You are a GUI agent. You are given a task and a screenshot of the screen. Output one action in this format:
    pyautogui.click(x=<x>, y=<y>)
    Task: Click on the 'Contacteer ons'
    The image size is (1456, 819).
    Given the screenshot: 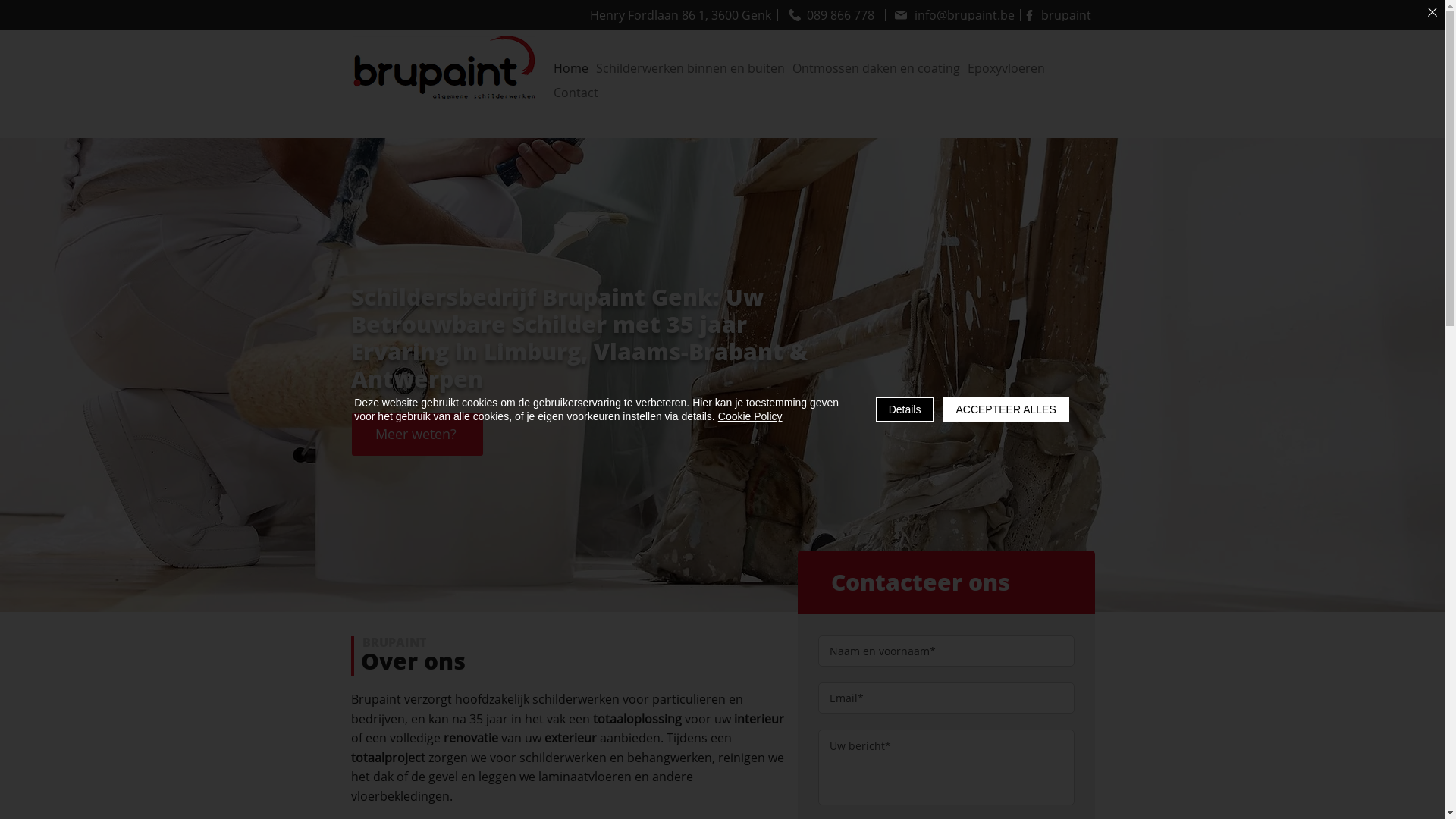 What is the action you would take?
    pyautogui.click(x=920, y=581)
    